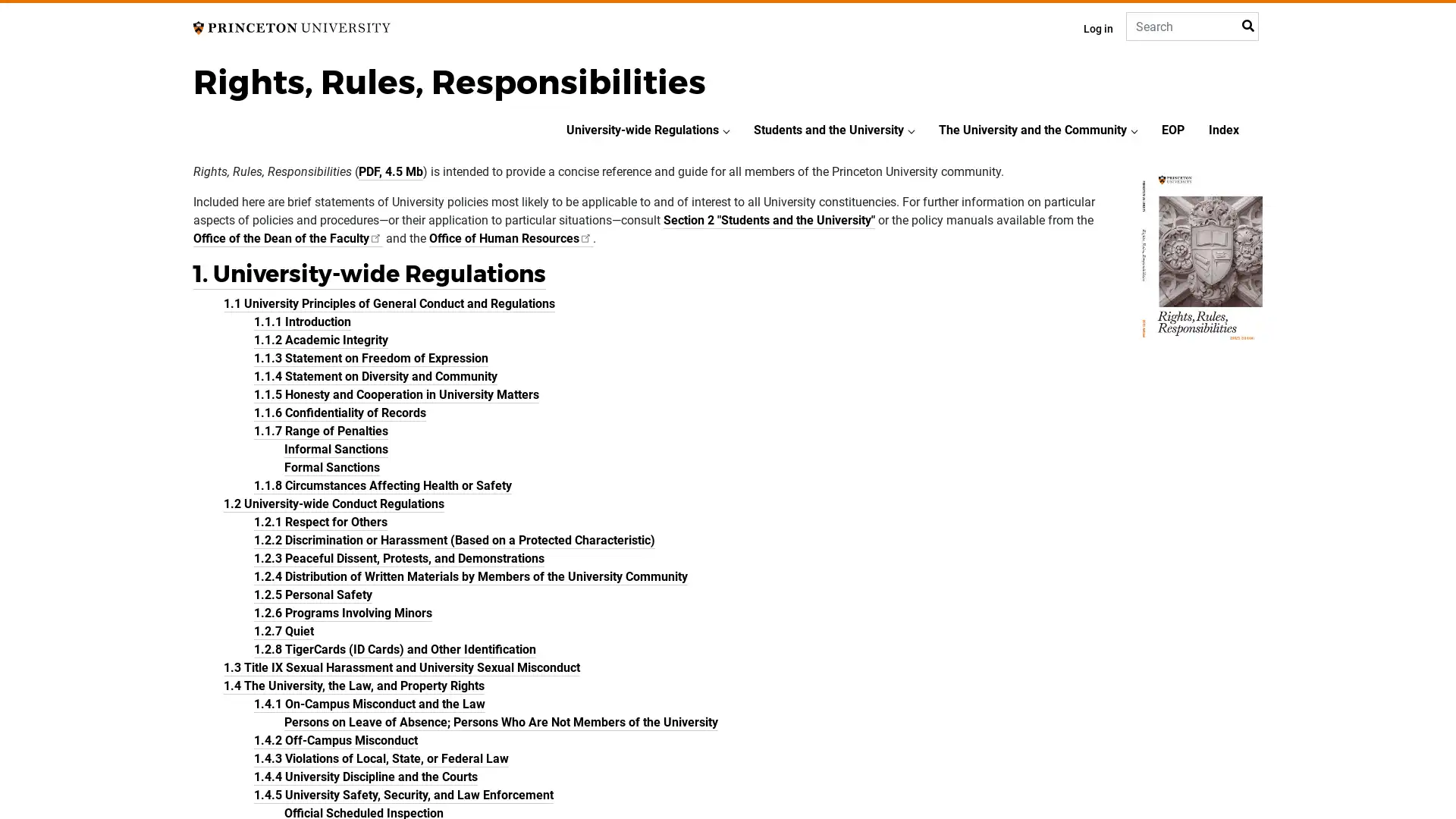 This screenshot has width=1456, height=819. I want to click on University-wide RegulationsSubmenu, so click(726, 130).